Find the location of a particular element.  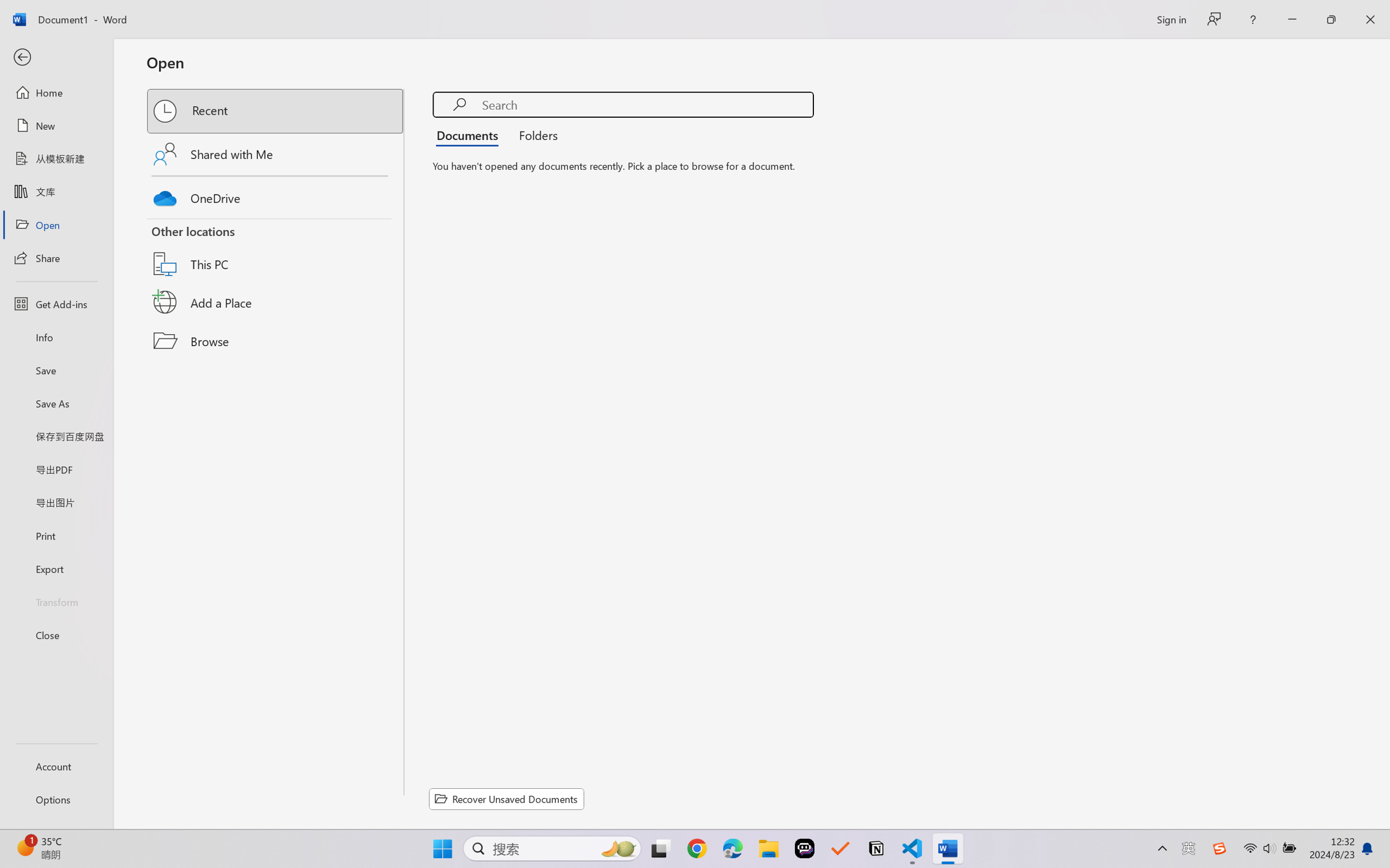

'Back' is located at coordinates (56, 57).